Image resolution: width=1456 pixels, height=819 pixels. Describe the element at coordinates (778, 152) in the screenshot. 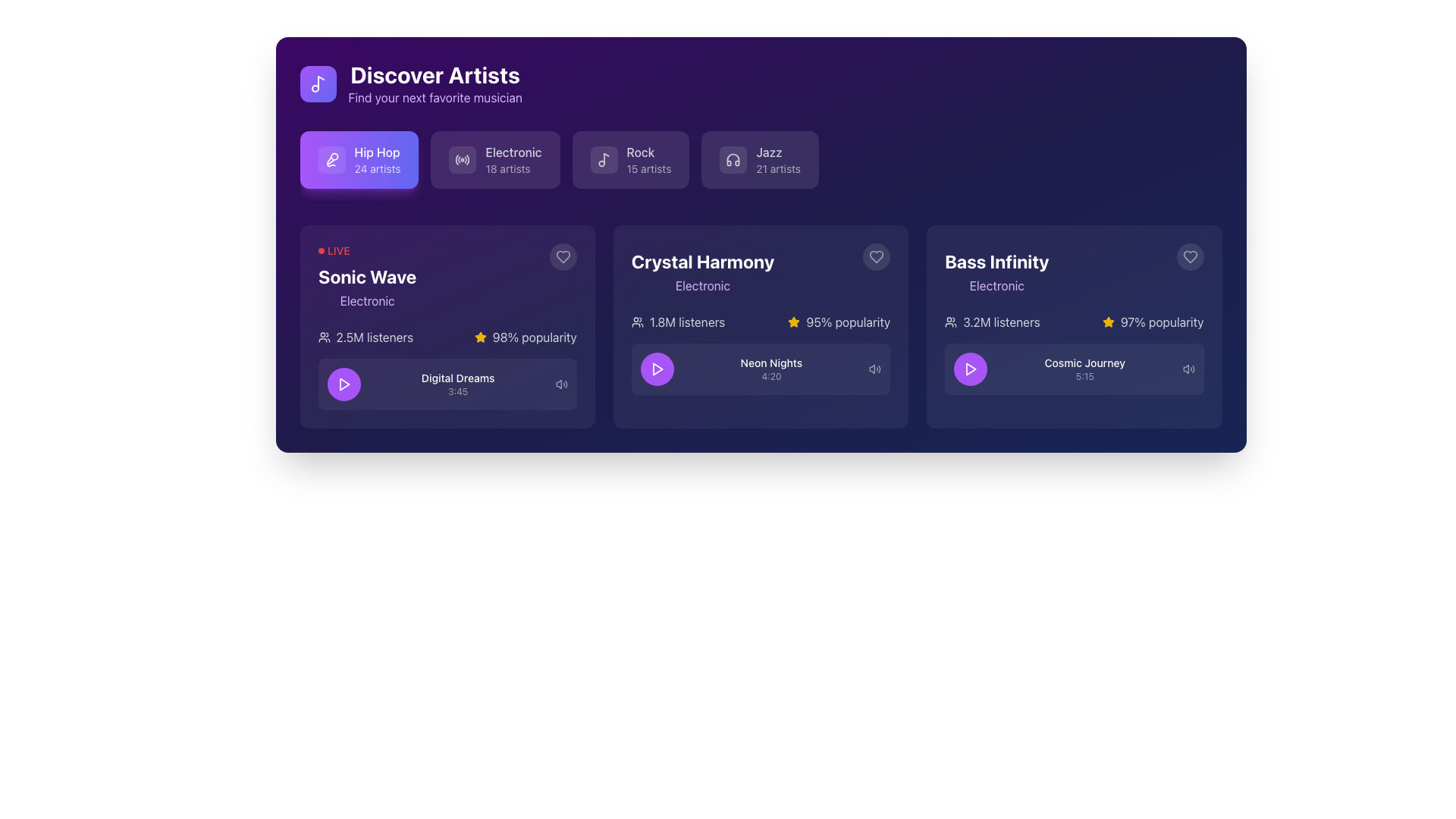

I see `the text label displaying 'Jazz' which is located in the top-right section of the interface within a genre selection card` at that location.